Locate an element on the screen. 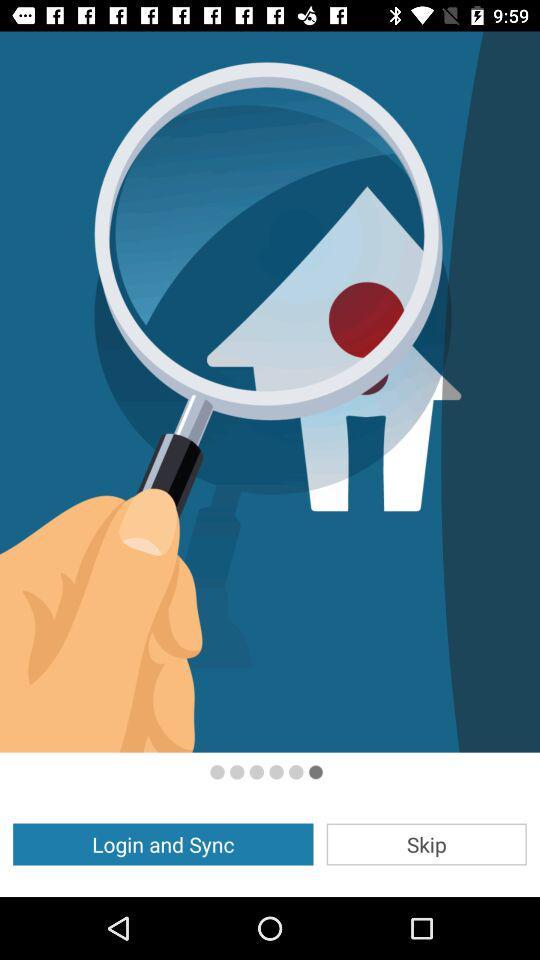 The height and width of the screenshot is (960, 540). the app at the bottom right corner is located at coordinates (425, 843).